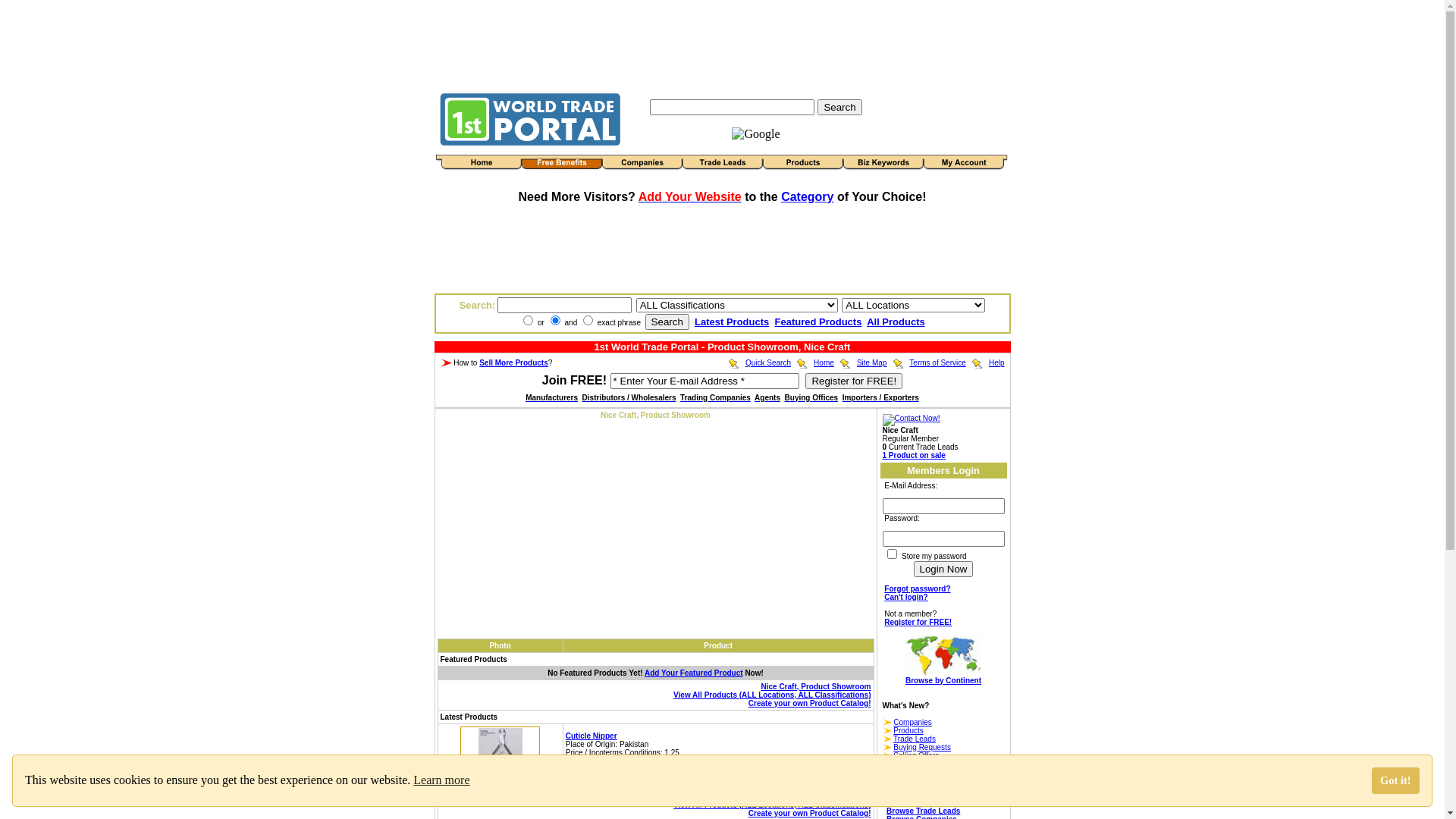 The image size is (1456, 819). Describe the element at coordinates (880, 397) in the screenshot. I see `'Importers / Exporters'` at that location.